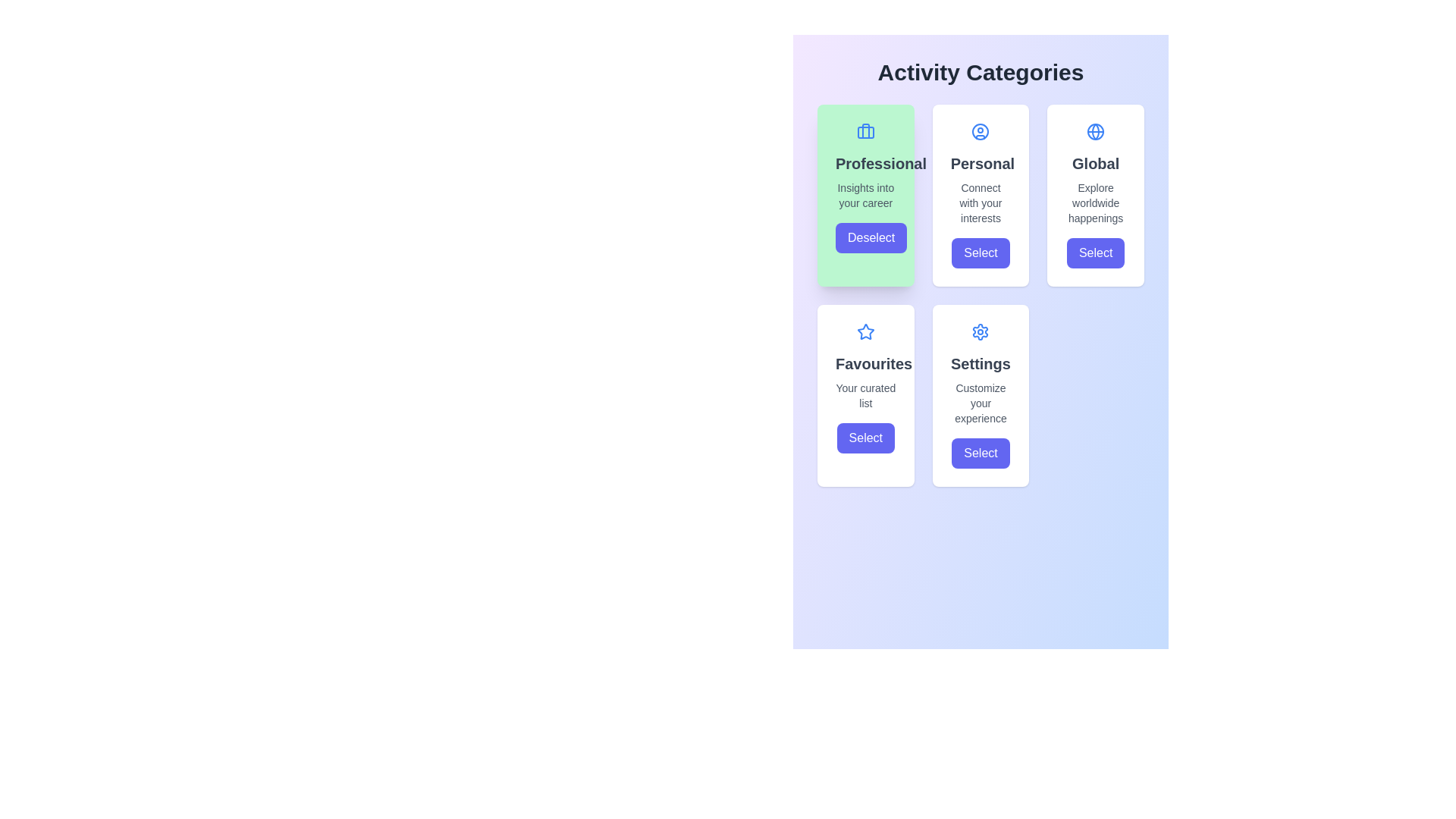 The width and height of the screenshot is (1456, 819). I want to click on the static text label displaying 'Connect with your interests', which is located below the 'Personal' heading in the second column of the grid layout, so click(981, 202).